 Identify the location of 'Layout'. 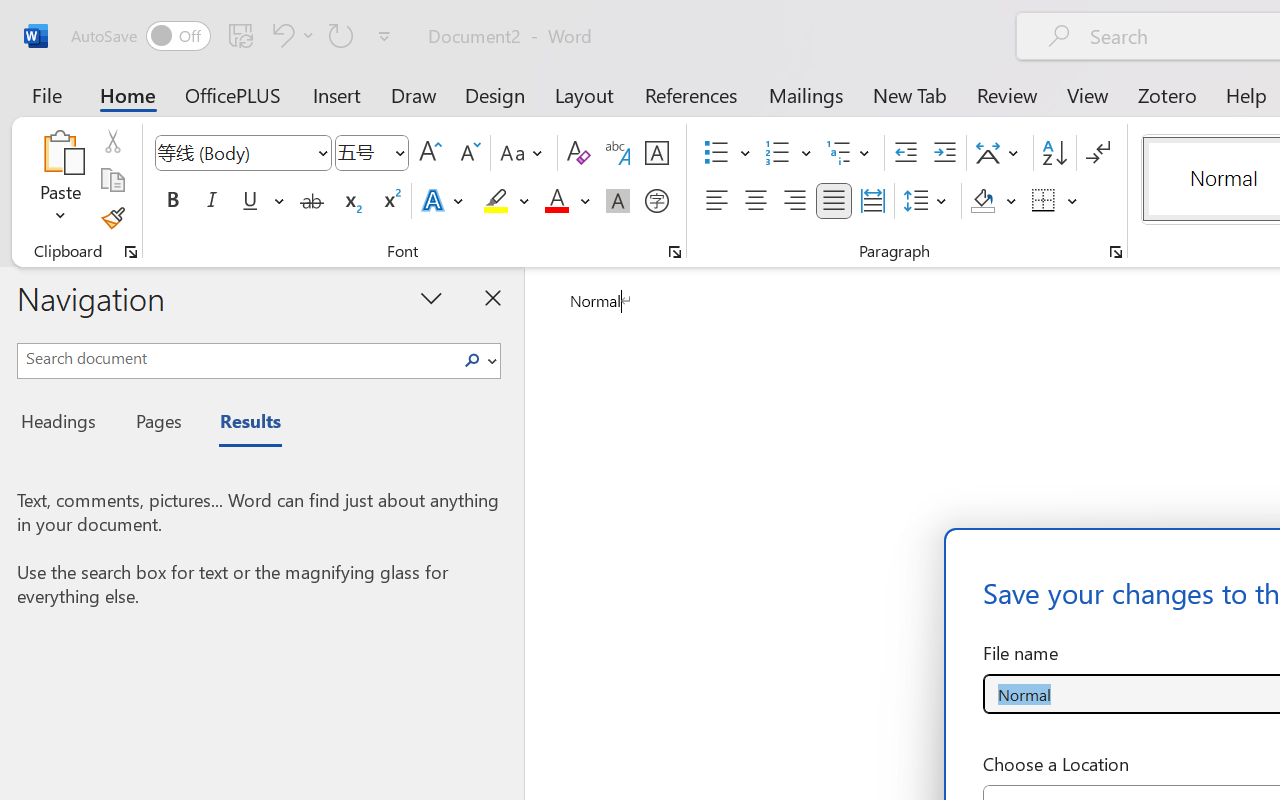
(583, 94).